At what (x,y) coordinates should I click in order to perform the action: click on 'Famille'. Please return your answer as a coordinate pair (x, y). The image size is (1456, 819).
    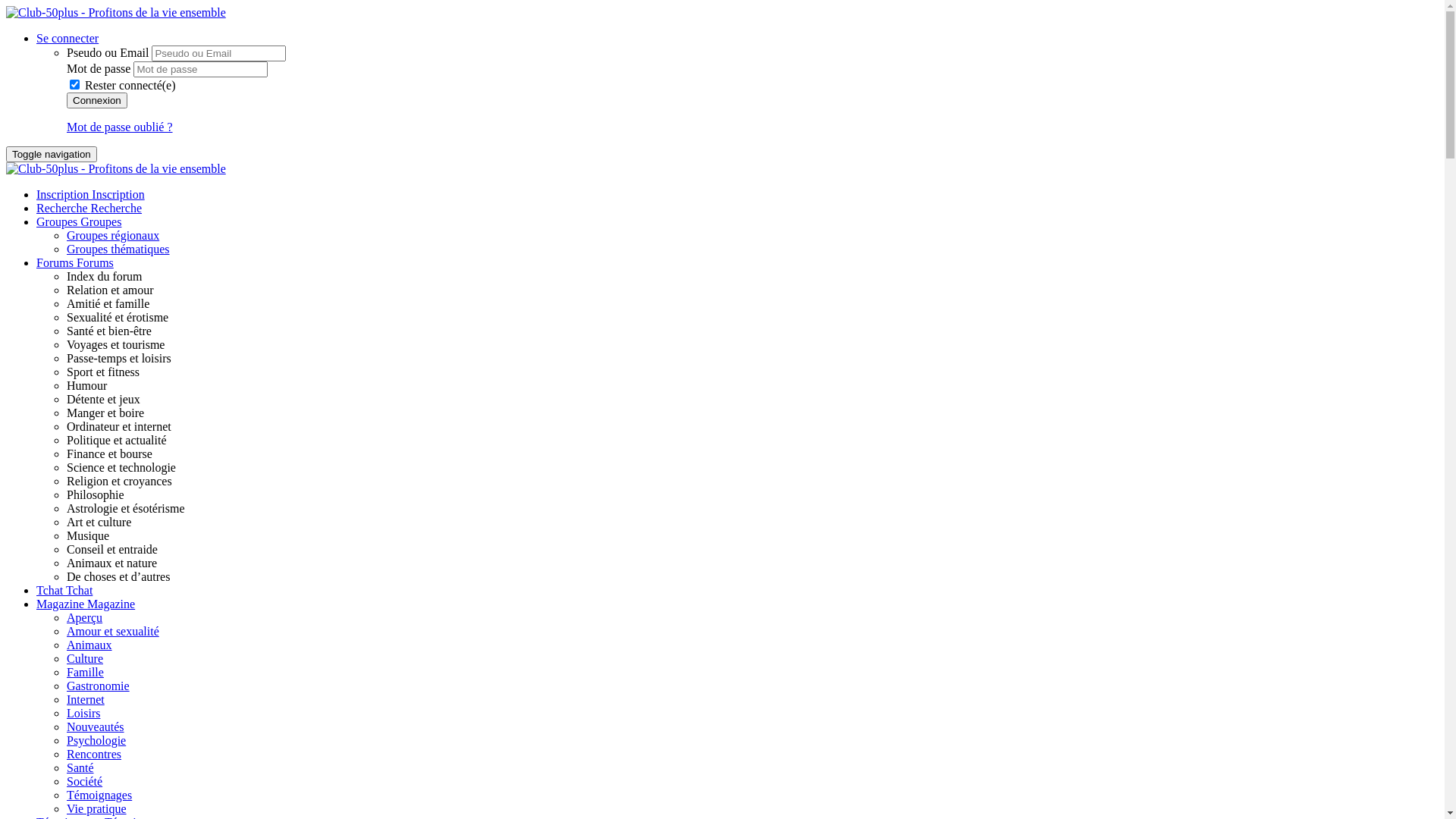
    Looking at the image, I should click on (84, 671).